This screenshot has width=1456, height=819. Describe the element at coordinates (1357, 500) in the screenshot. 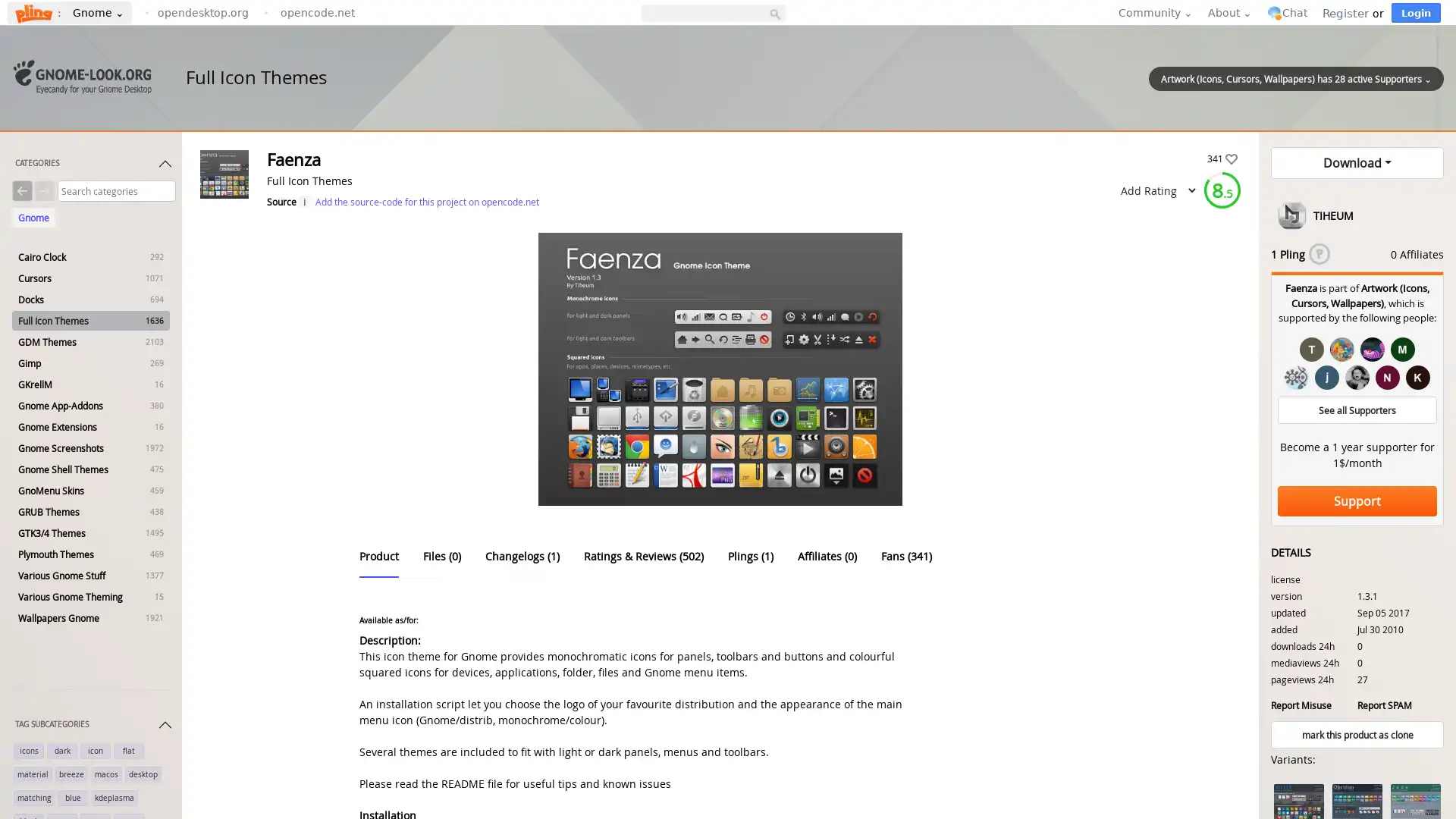

I see `Support` at that location.